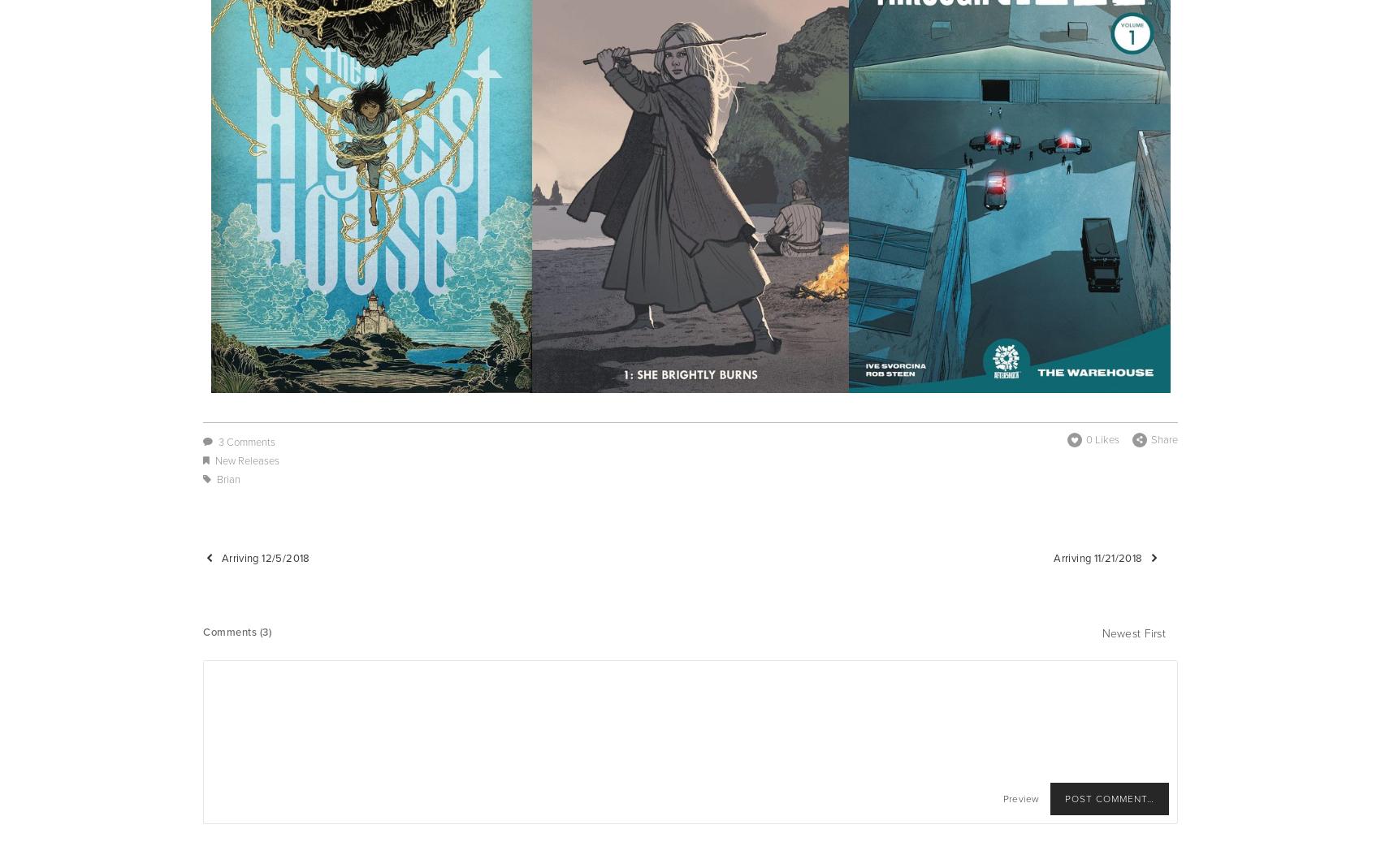  Describe the element at coordinates (1097, 556) in the screenshot. I see `'Arriving 11/21/2018'` at that location.